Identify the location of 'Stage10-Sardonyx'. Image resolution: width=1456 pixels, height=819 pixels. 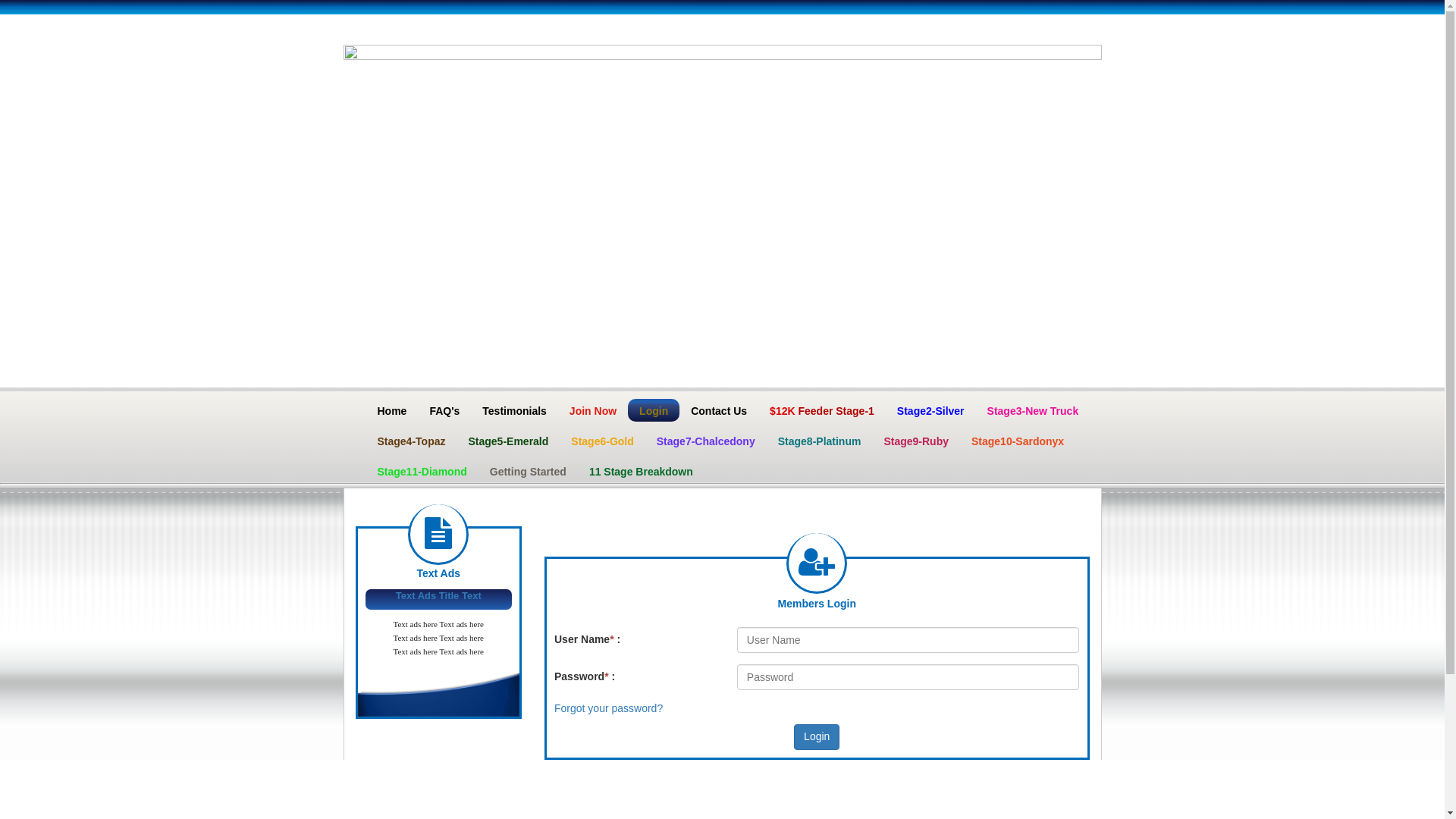
(1018, 441).